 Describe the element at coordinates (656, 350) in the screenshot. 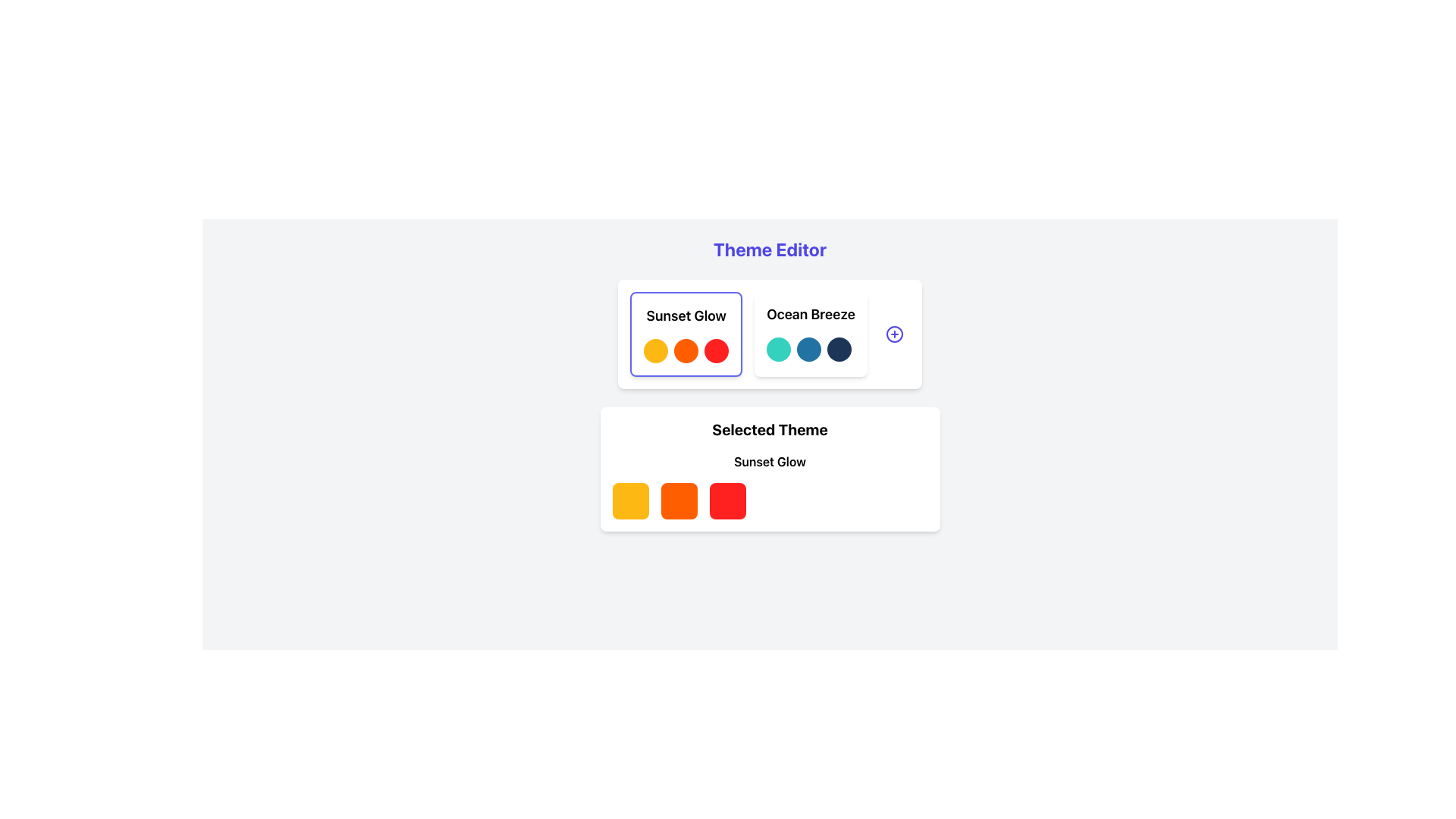

I see `the first circular yellow color indicator under the 'Sunset Glow' theme selector in the 'Theme Editor' section` at that location.